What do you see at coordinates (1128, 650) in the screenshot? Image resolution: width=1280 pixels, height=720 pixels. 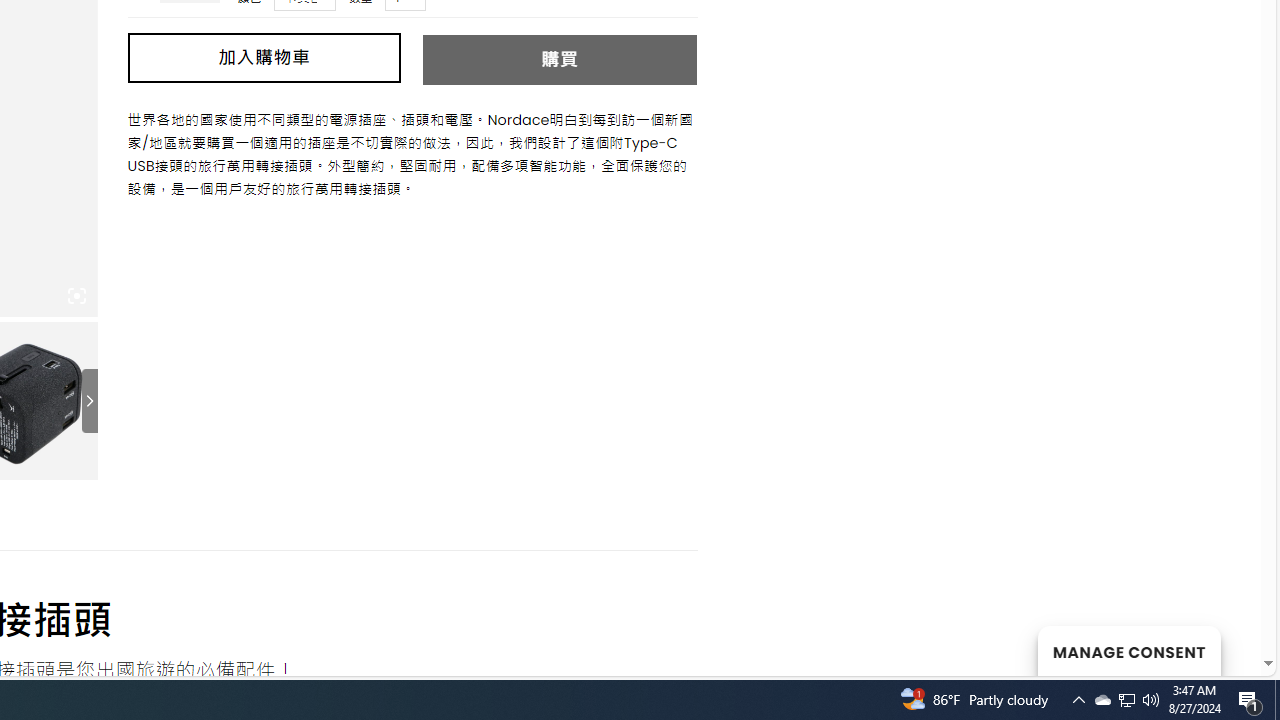 I see `'MANAGE CONSENT'` at bounding box center [1128, 650].